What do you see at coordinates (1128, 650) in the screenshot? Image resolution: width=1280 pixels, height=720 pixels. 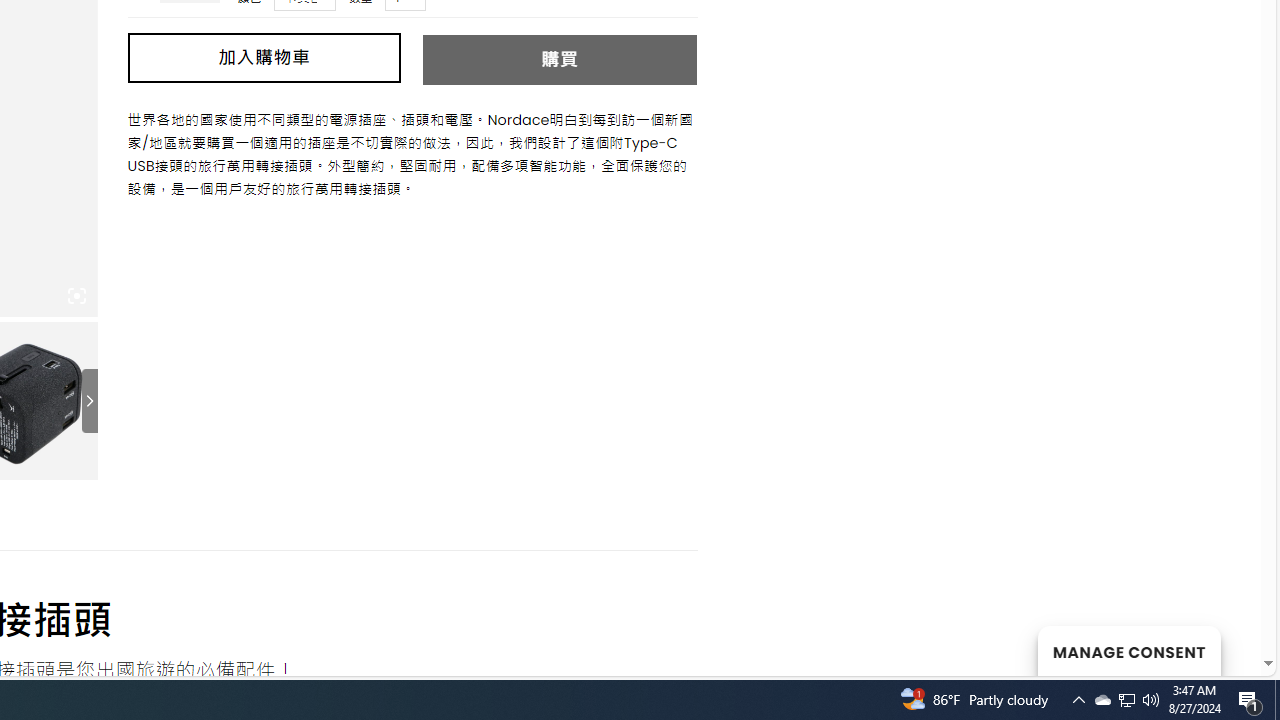 I see `'MANAGE CONSENT'` at bounding box center [1128, 650].